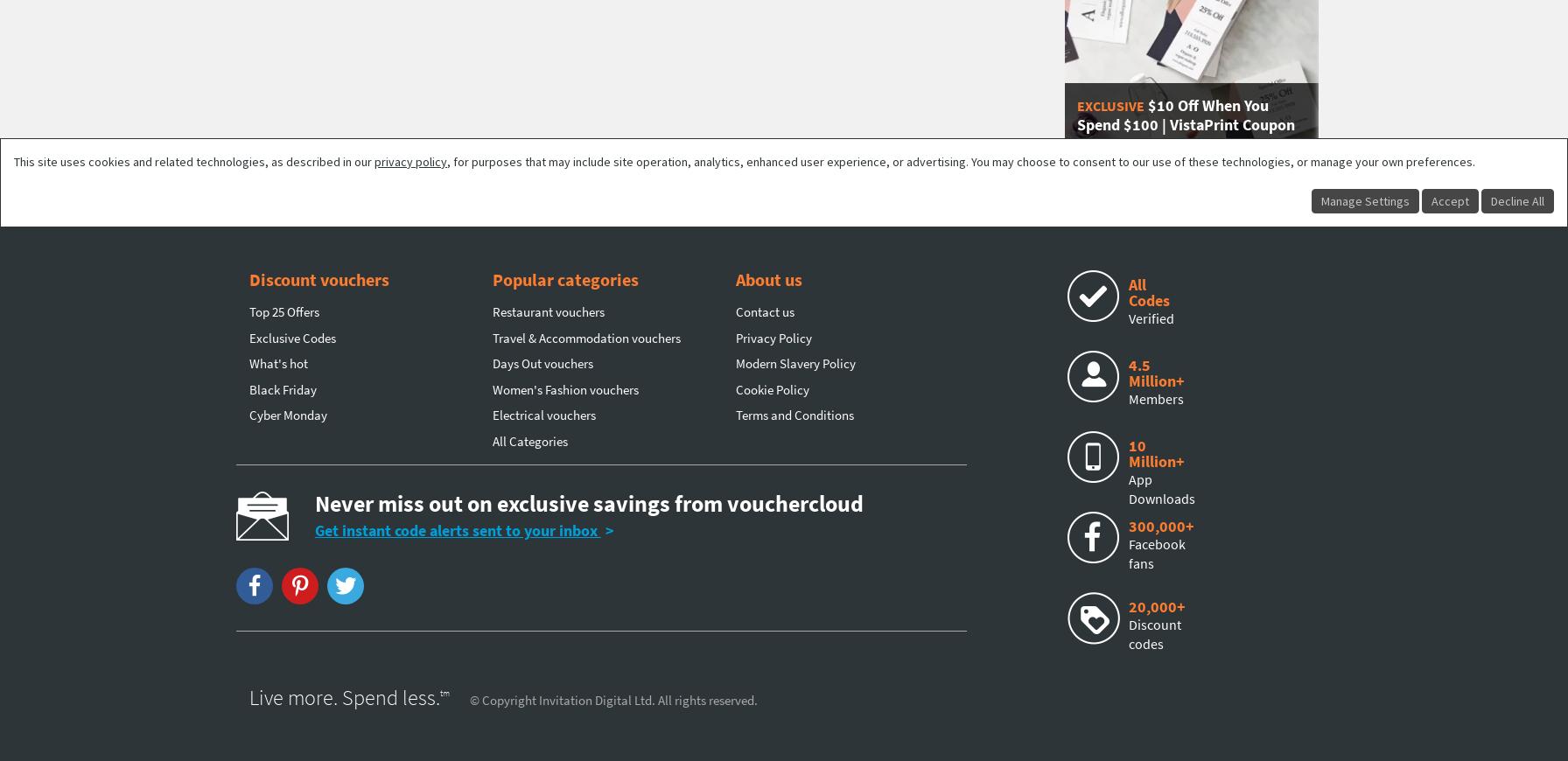  Describe the element at coordinates (670, 114) in the screenshot. I see `'5% Off Discount Code Select Items with DELL Coupon Code'` at that location.